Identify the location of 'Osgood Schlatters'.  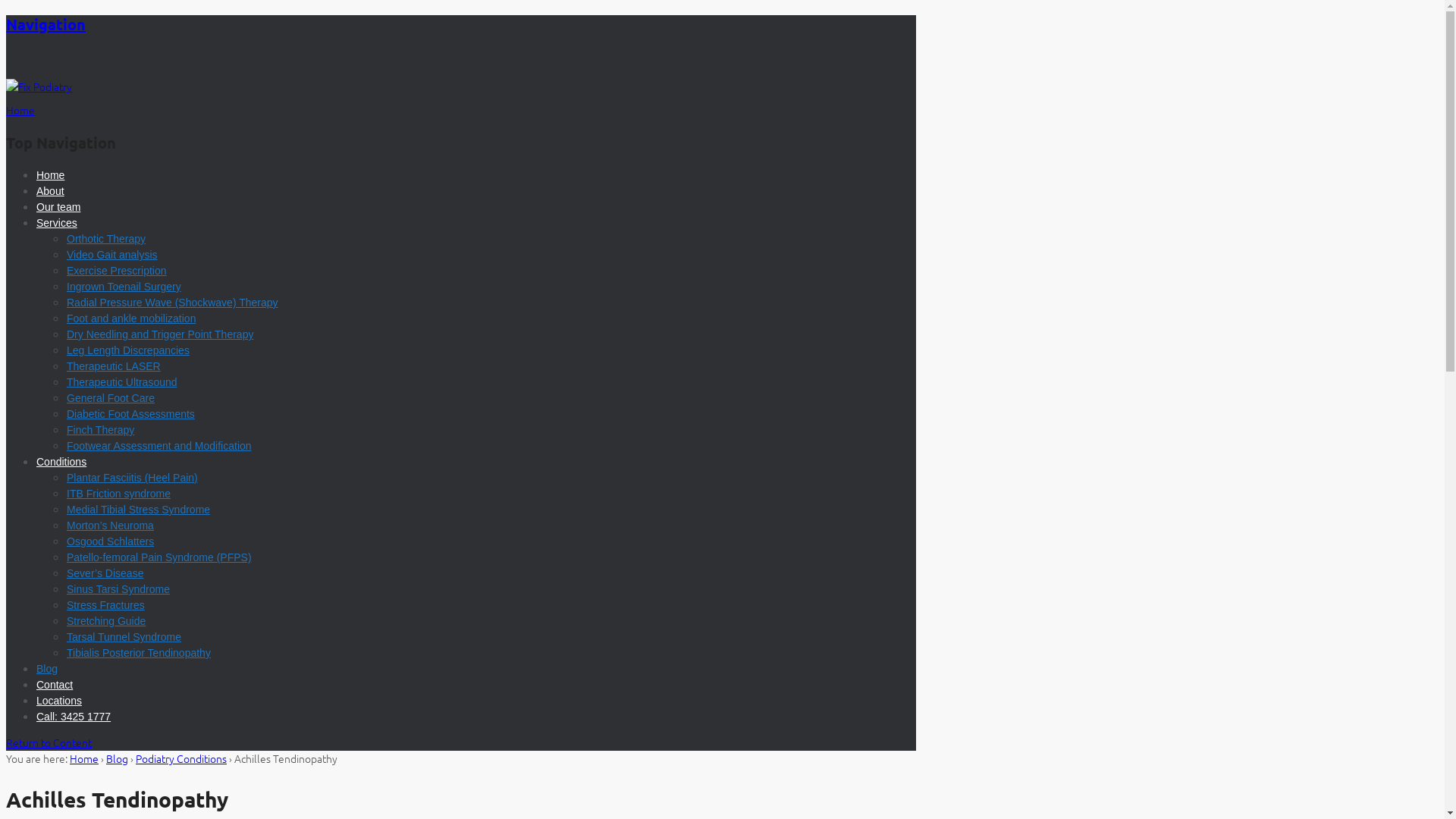
(109, 540).